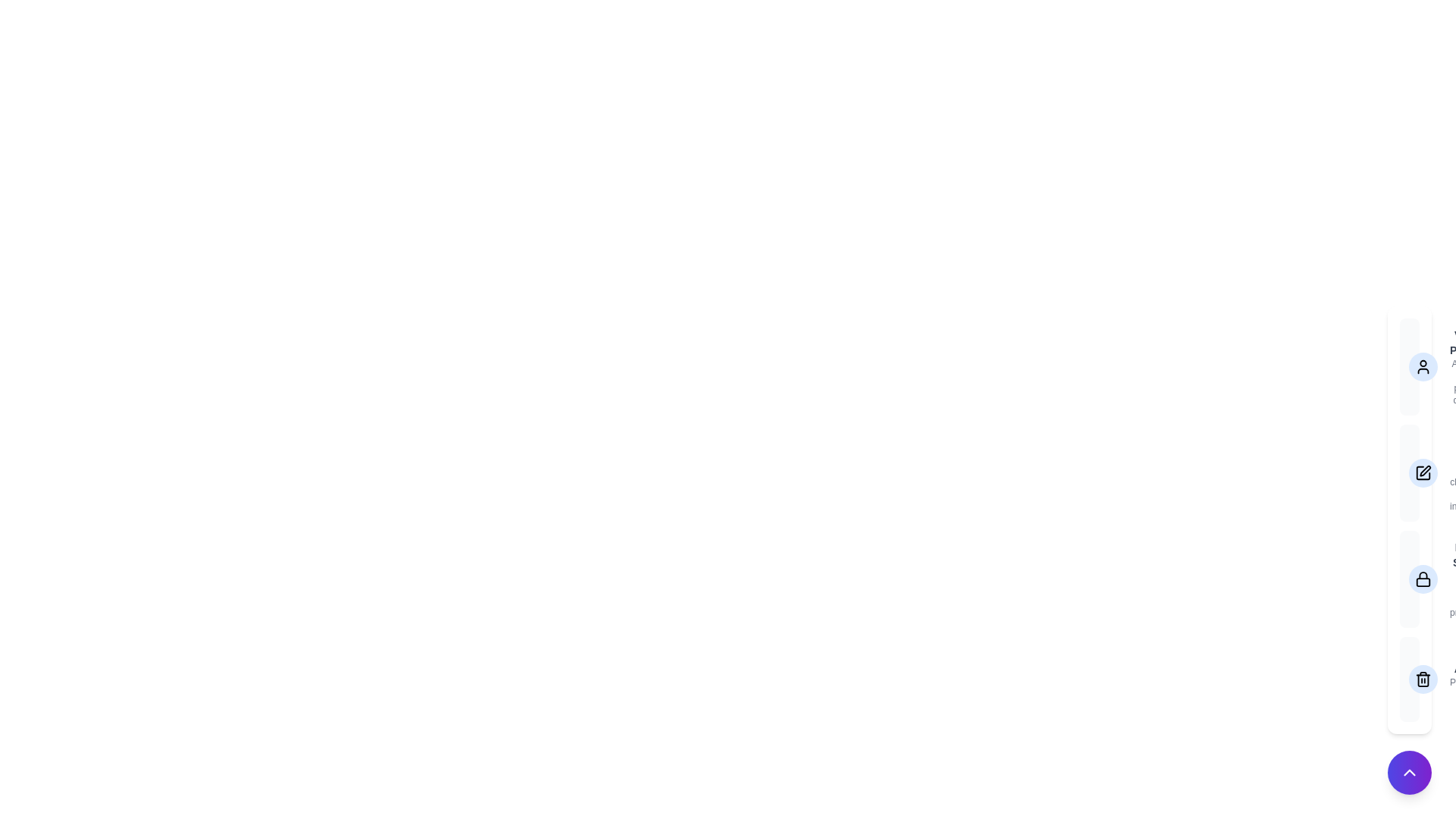 This screenshot has width=1456, height=819. Describe the element at coordinates (1408, 579) in the screenshot. I see `the option Privacy Settings to view its details` at that location.